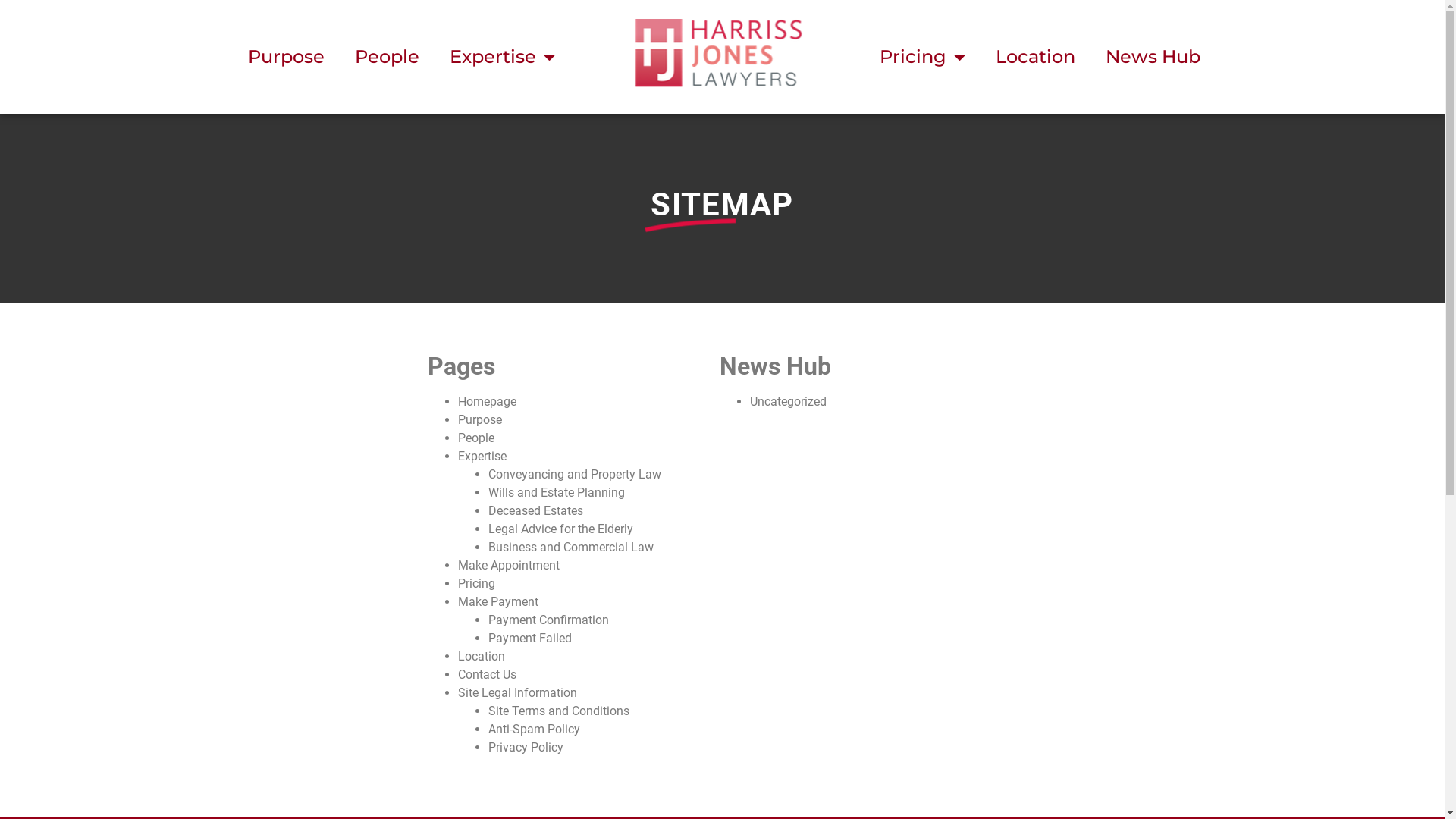 Image resolution: width=1456 pixels, height=819 pixels. Describe the element at coordinates (535, 510) in the screenshot. I see `'Deceased Estates'` at that location.